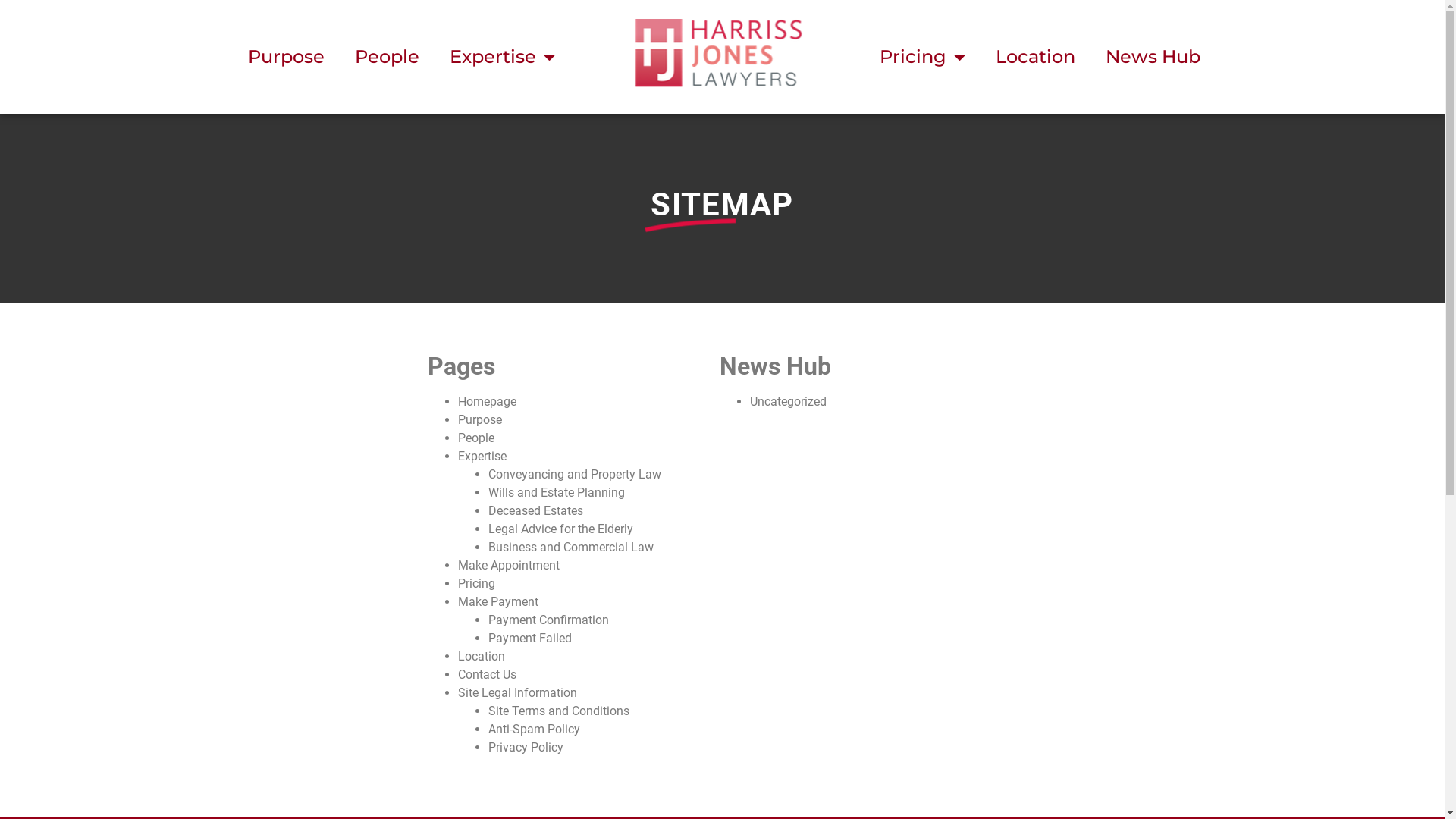 Image resolution: width=1456 pixels, height=819 pixels. Describe the element at coordinates (535, 510) in the screenshot. I see `'Deceased Estates'` at that location.